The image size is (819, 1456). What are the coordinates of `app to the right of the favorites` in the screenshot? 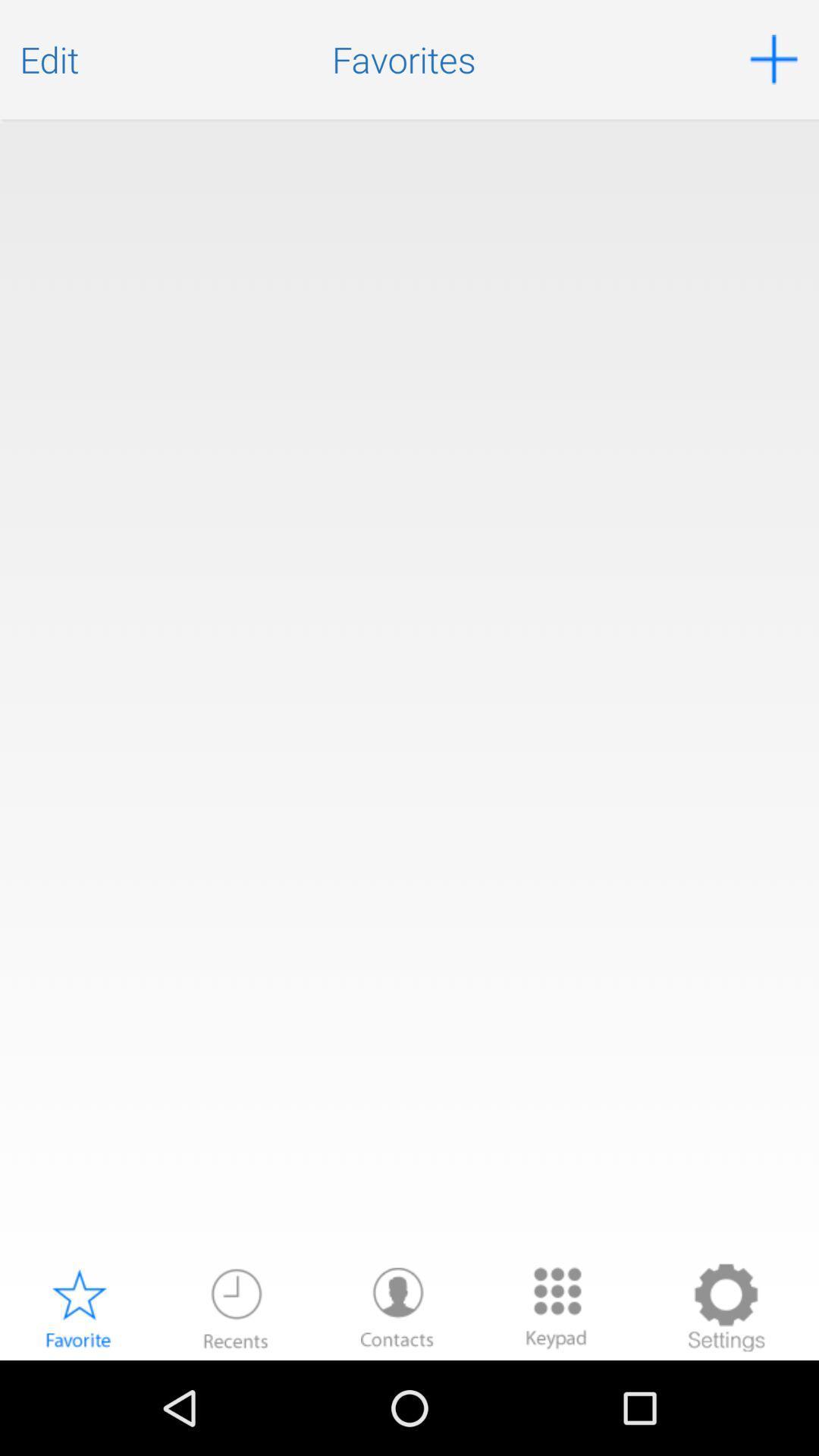 It's located at (773, 59).